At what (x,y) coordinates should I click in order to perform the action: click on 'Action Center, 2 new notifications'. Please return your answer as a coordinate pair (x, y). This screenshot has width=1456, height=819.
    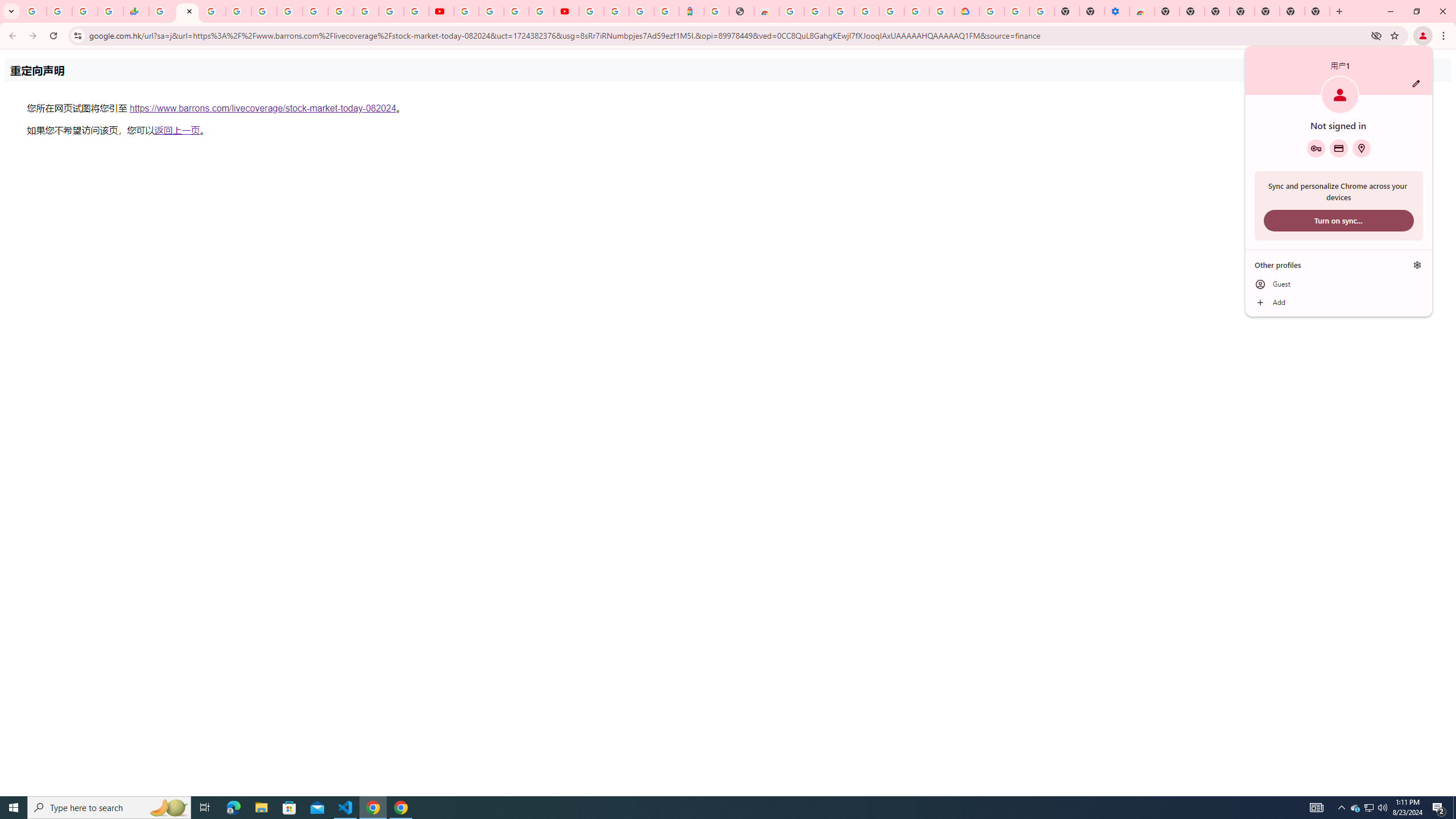
    Looking at the image, I should click on (1439, 806).